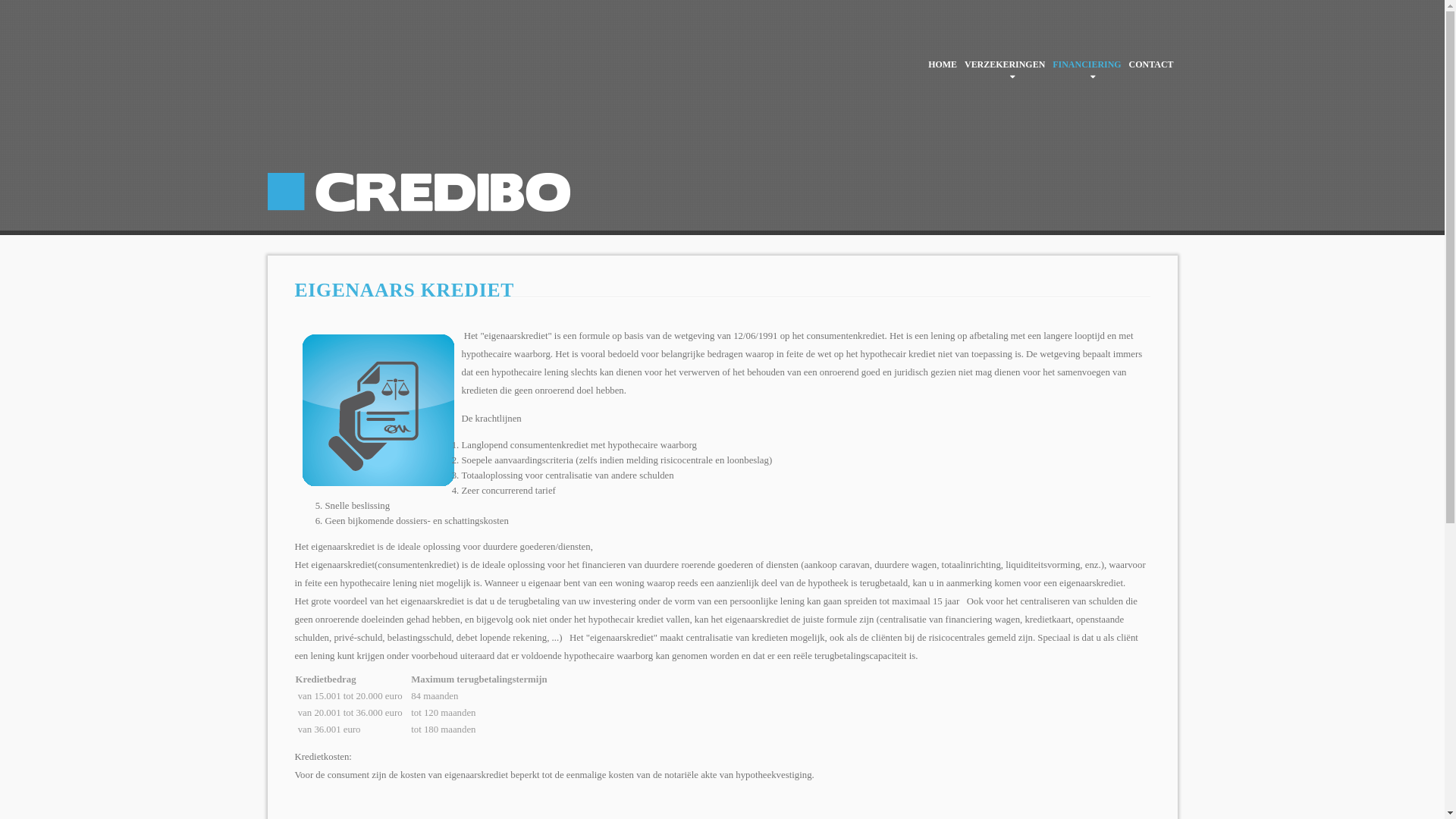 This screenshot has width=1456, height=819. What do you see at coordinates (960, 63) in the screenshot?
I see `'VERZEKERINGEN'` at bounding box center [960, 63].